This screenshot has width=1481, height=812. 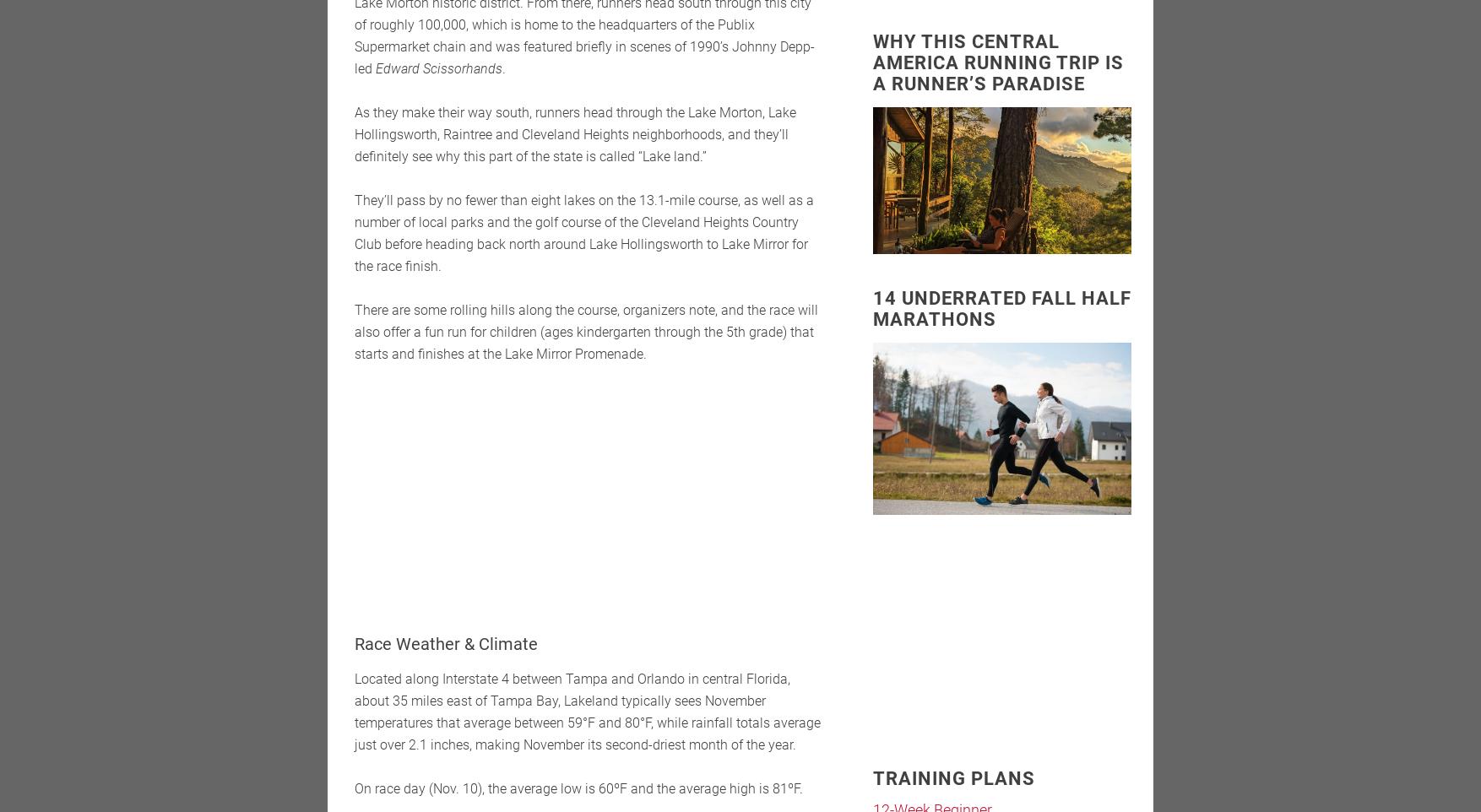 What do you see at coordinates (997, 62) in the screenshot?
I see `'Why This Central America Running Trip Is A Runner’s Paradise'` at bounding box center [997, 62].